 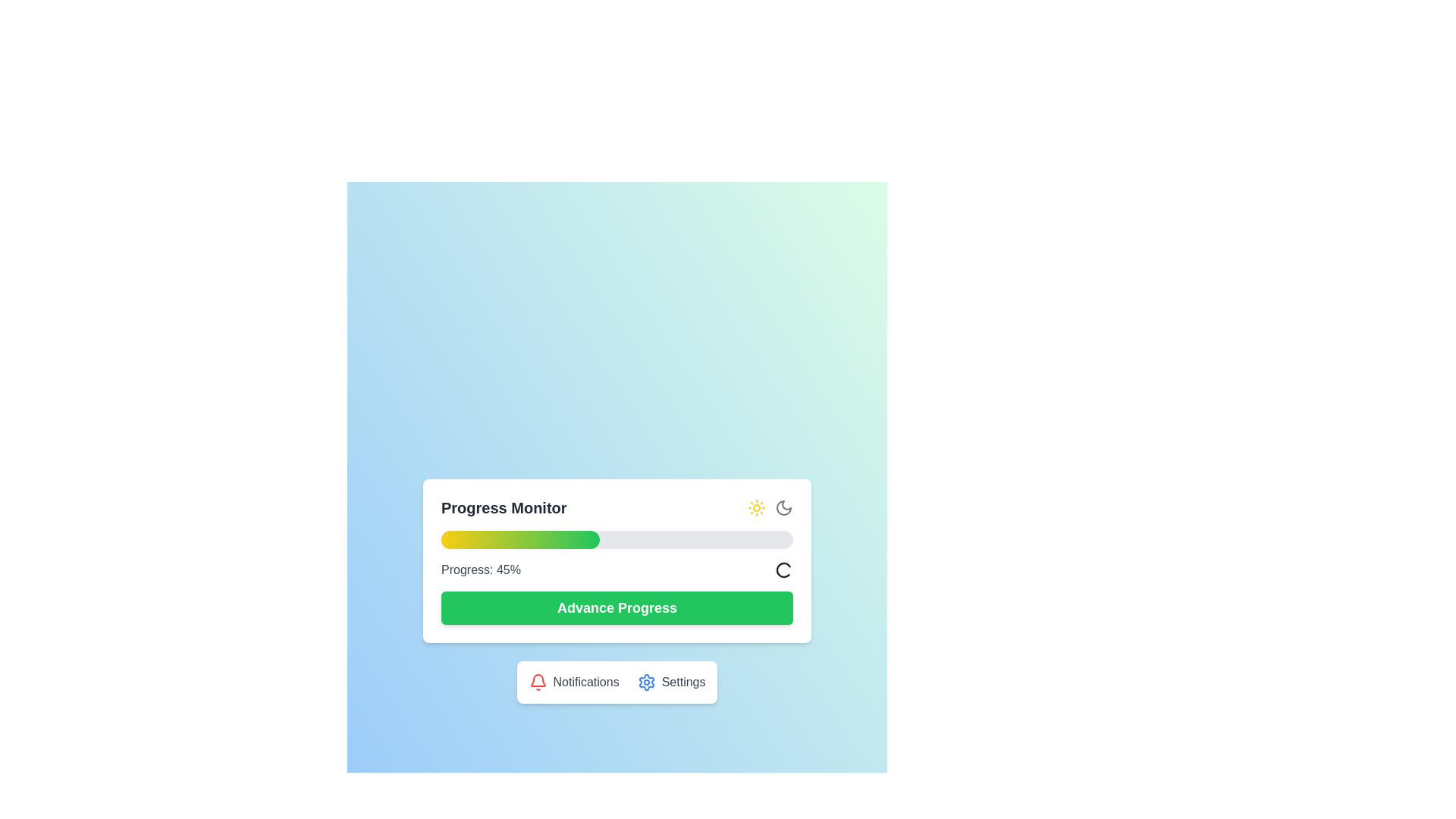 I want to click on the 'Settings' section of the button group located beneath the 'Advance Progress' button, so click(x=617, y=681).